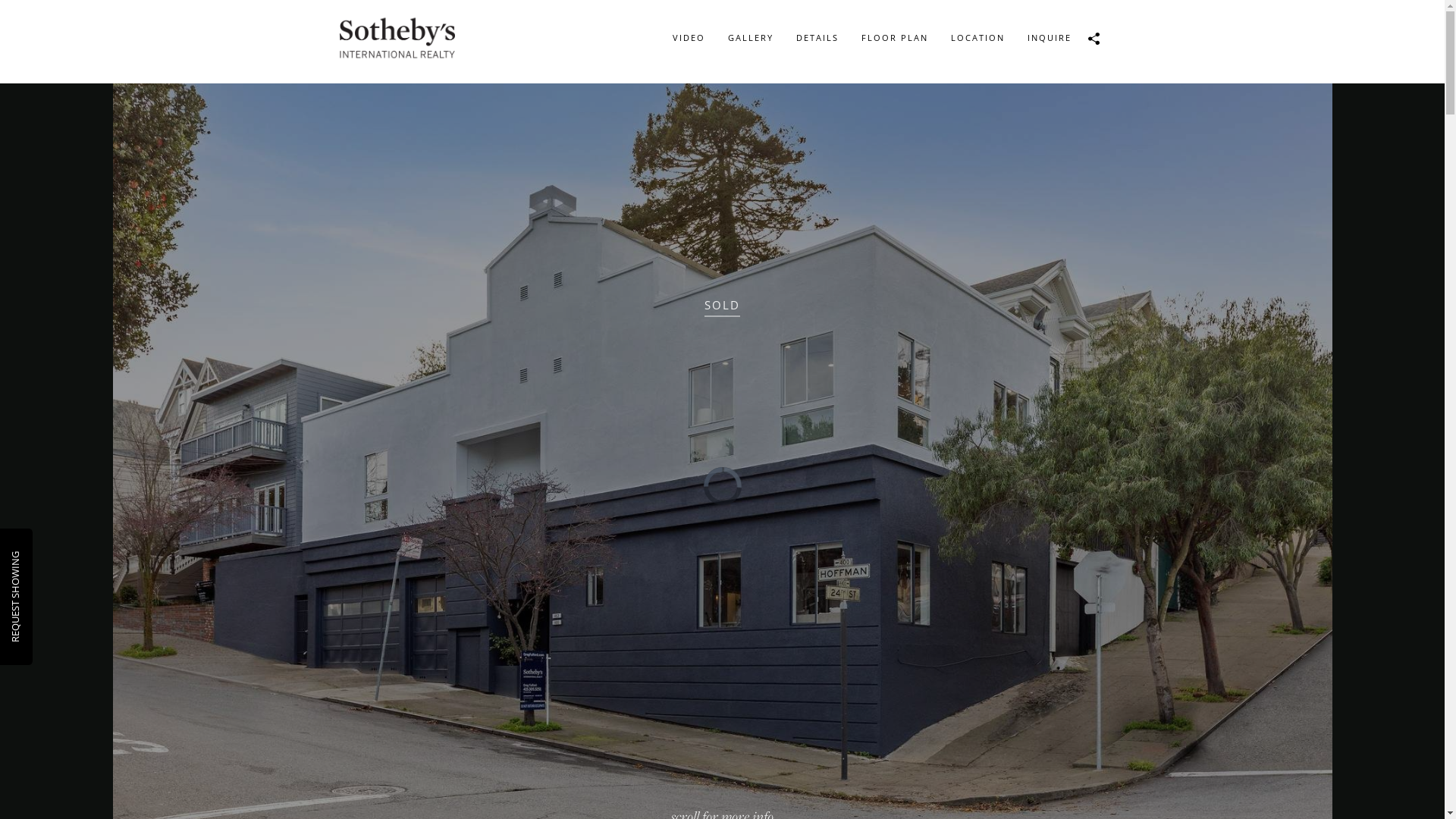 The image size is (1456, 819). What do you see at coordinates (54, 558) in the screenshot?
I see `'REQUEST SHOWING'` at bounding box center [54, 558].